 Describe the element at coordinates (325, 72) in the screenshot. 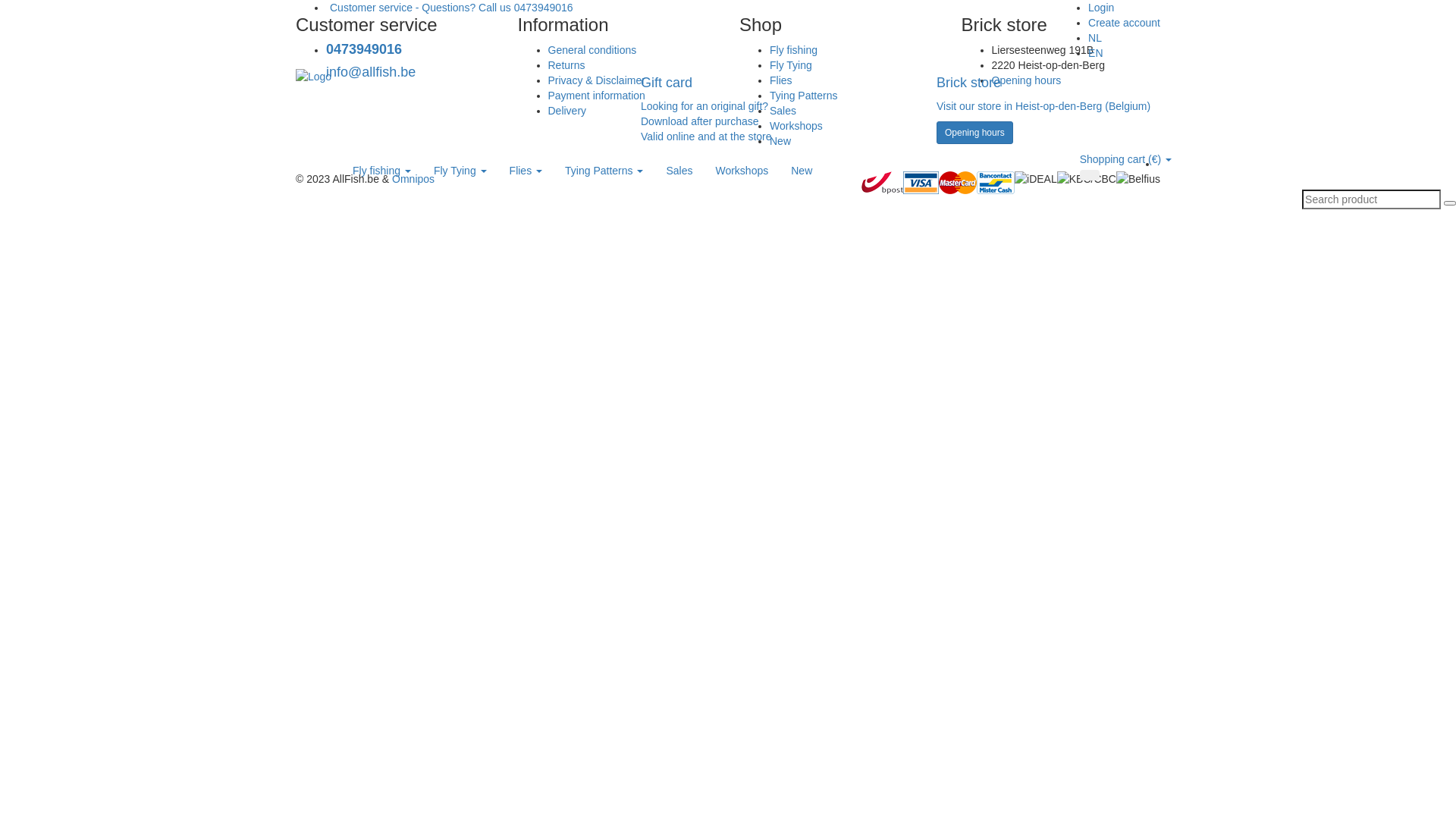

I see `'info@allfish.be'` at that location.